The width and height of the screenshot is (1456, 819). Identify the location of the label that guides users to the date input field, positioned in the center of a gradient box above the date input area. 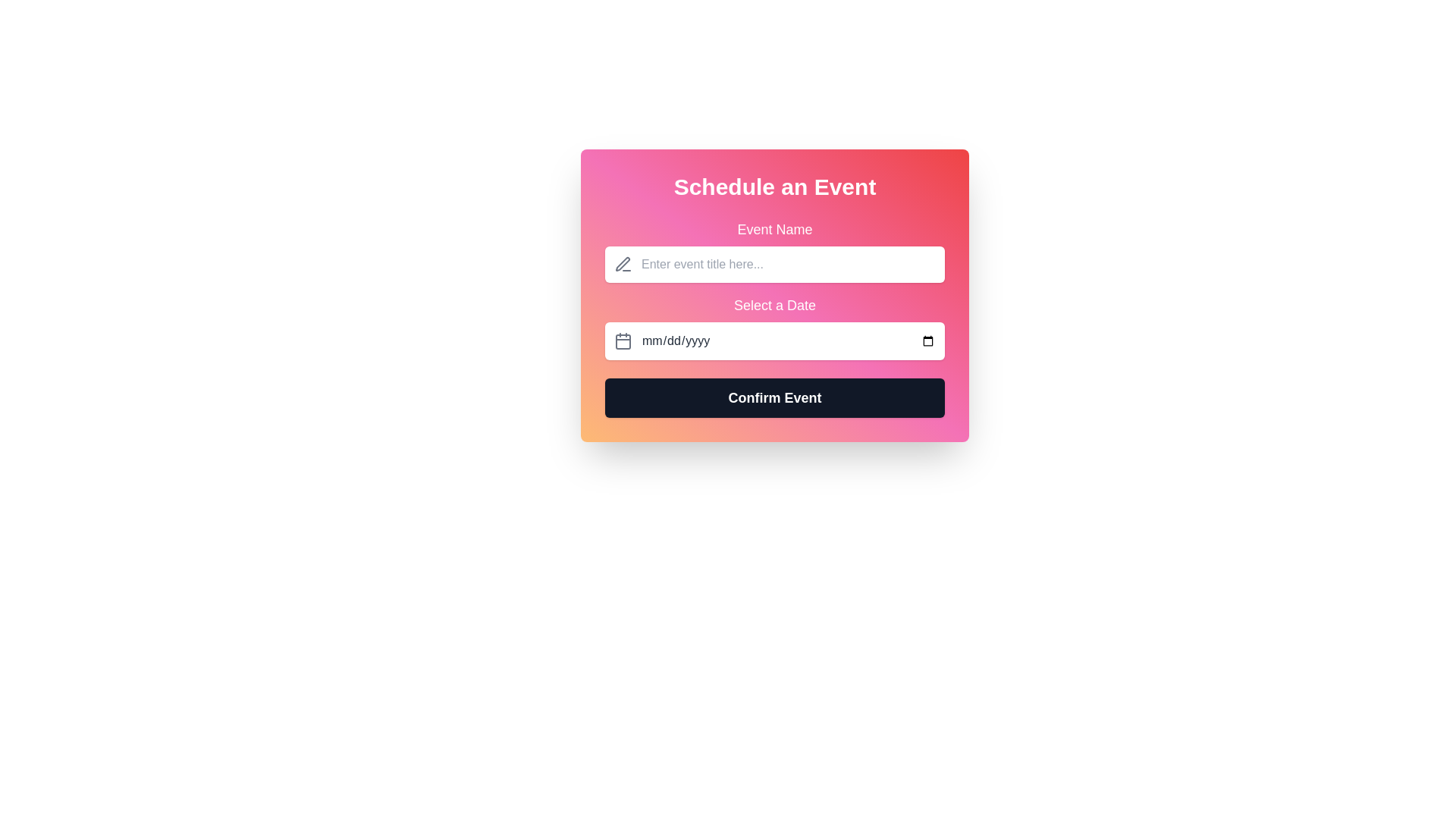
(775, 305).